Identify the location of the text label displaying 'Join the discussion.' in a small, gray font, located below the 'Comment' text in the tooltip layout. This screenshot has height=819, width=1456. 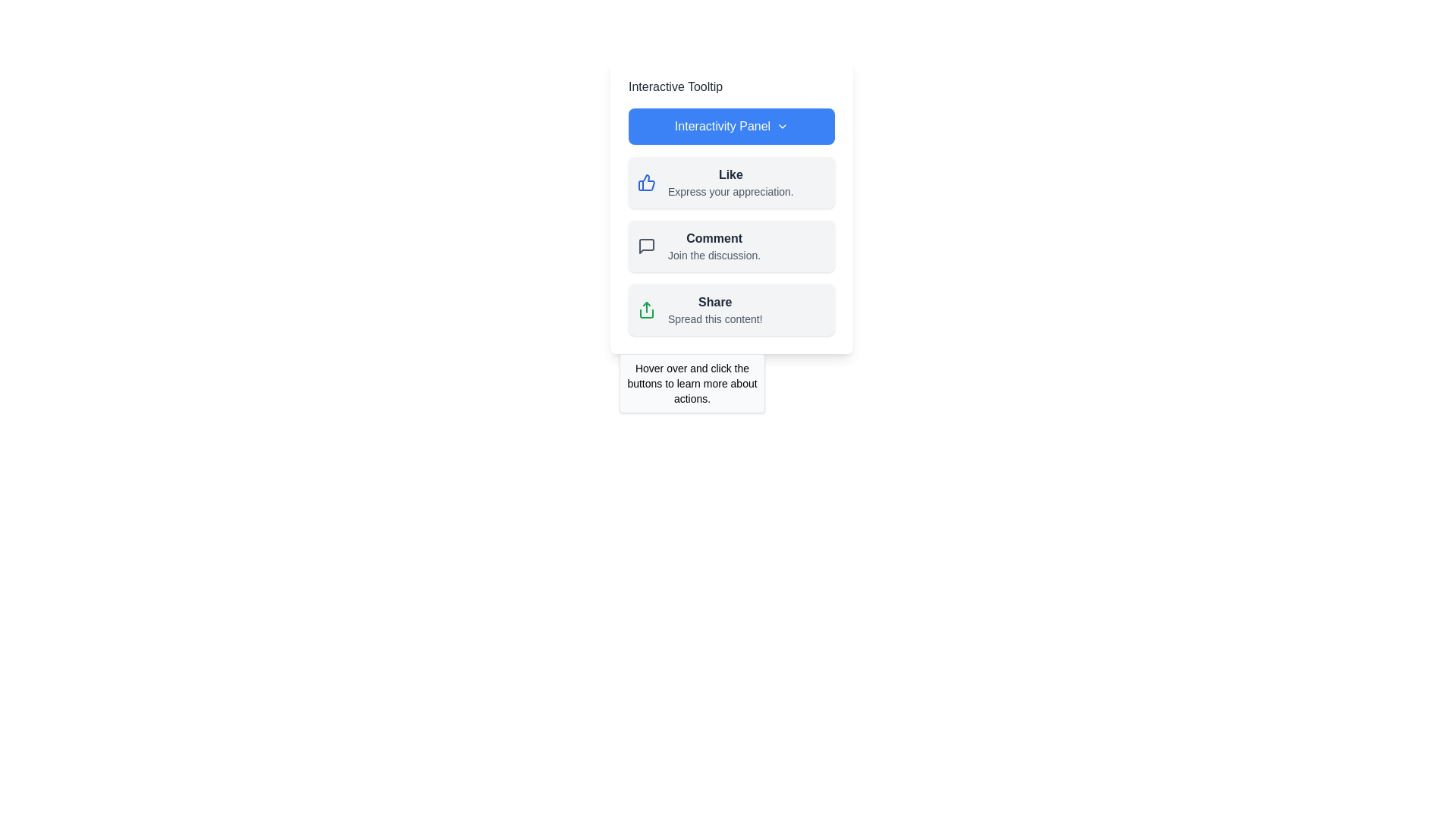
(714, 254).